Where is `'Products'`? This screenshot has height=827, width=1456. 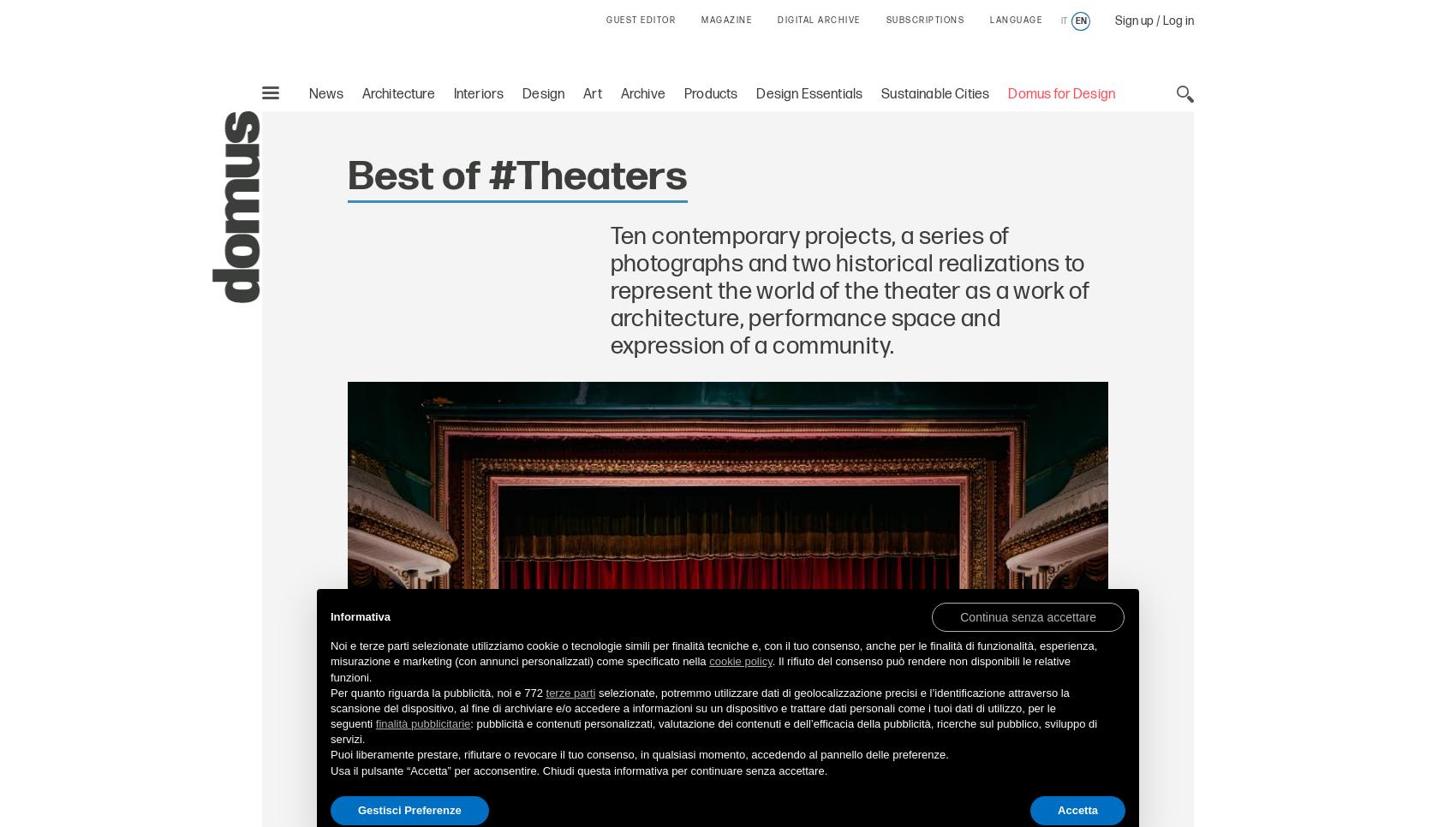
'Products' is located at coordinates (709, 93).